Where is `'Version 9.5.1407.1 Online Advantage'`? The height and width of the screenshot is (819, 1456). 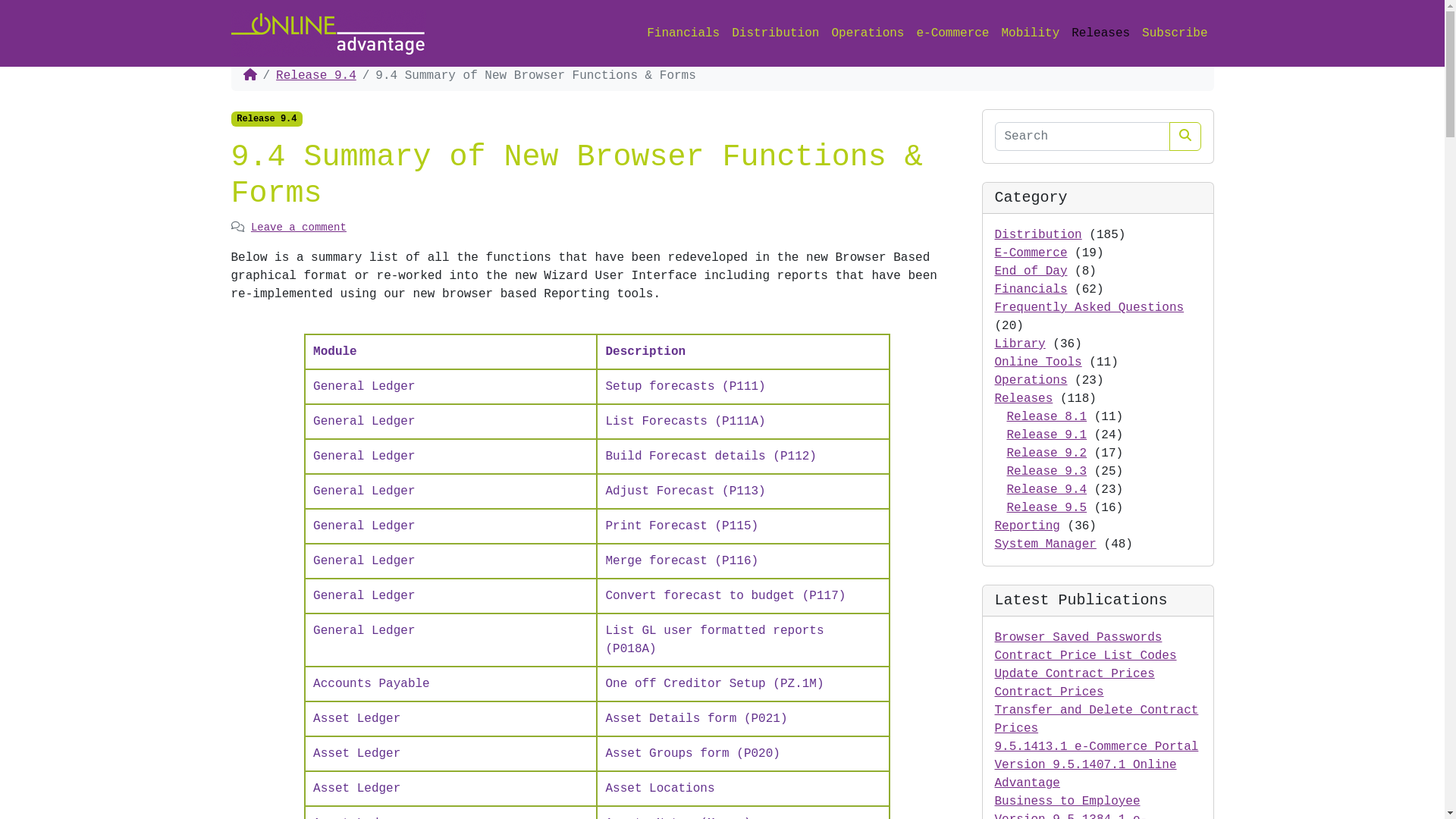 'Version 9.5.1407.1 Online Advantage' is located at coordinates (1084, 774).